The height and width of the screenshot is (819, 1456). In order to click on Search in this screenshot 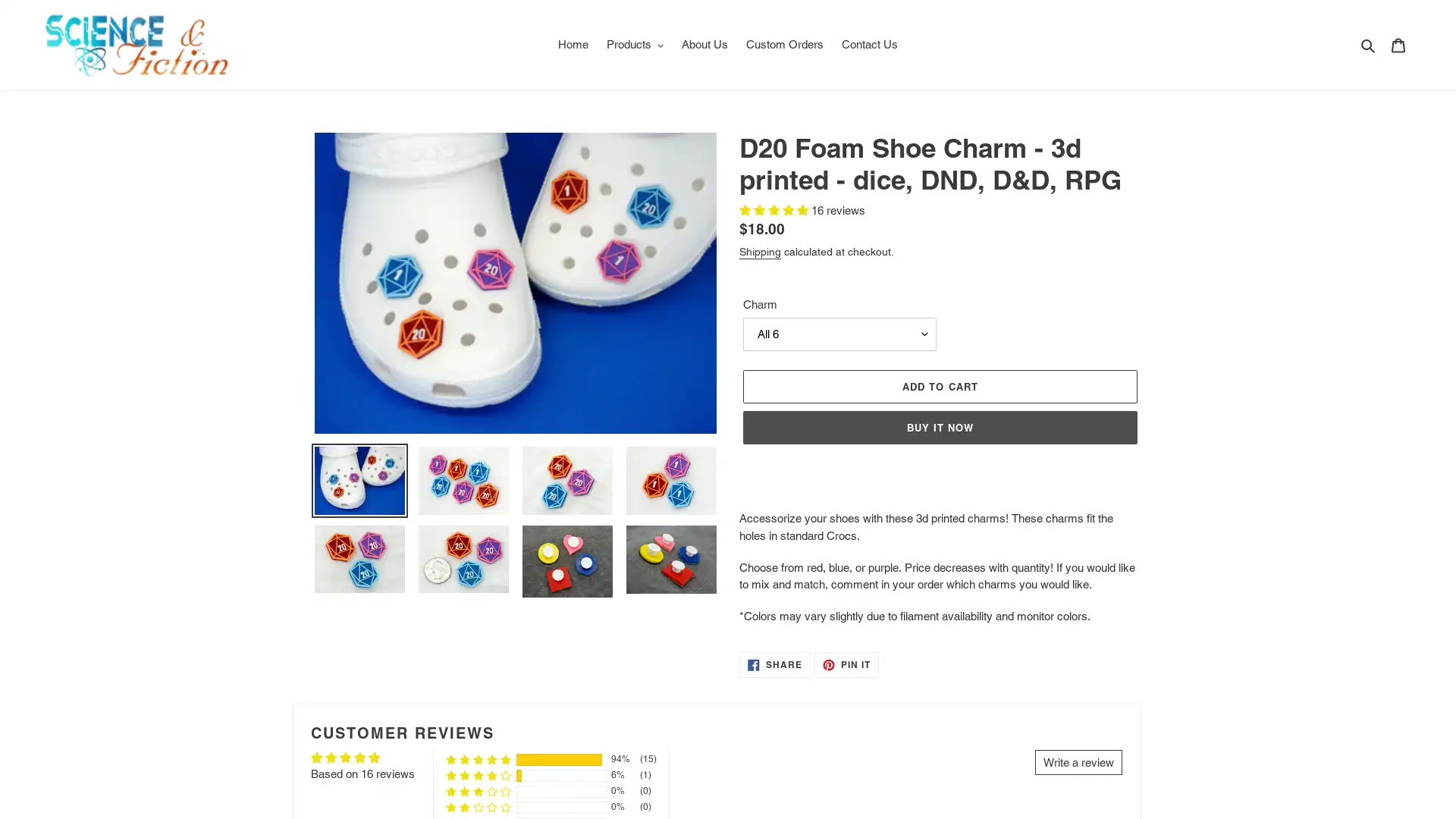, I will do `click(1369, 43)`.